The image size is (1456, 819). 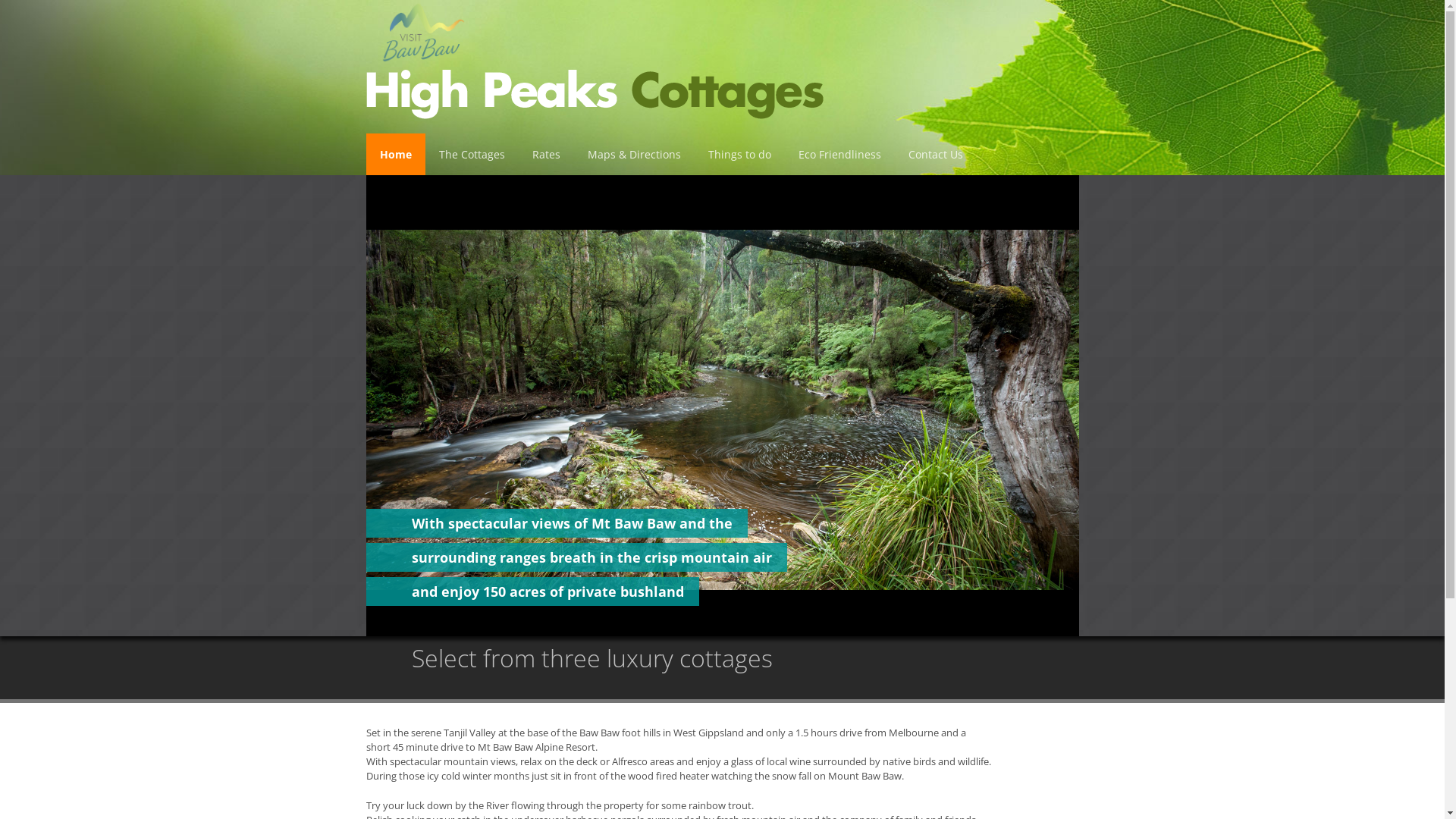 What do you see at coordinates (519, 154) in the screenshot?
I see `'Rates'` at bounding box center [519, 154].